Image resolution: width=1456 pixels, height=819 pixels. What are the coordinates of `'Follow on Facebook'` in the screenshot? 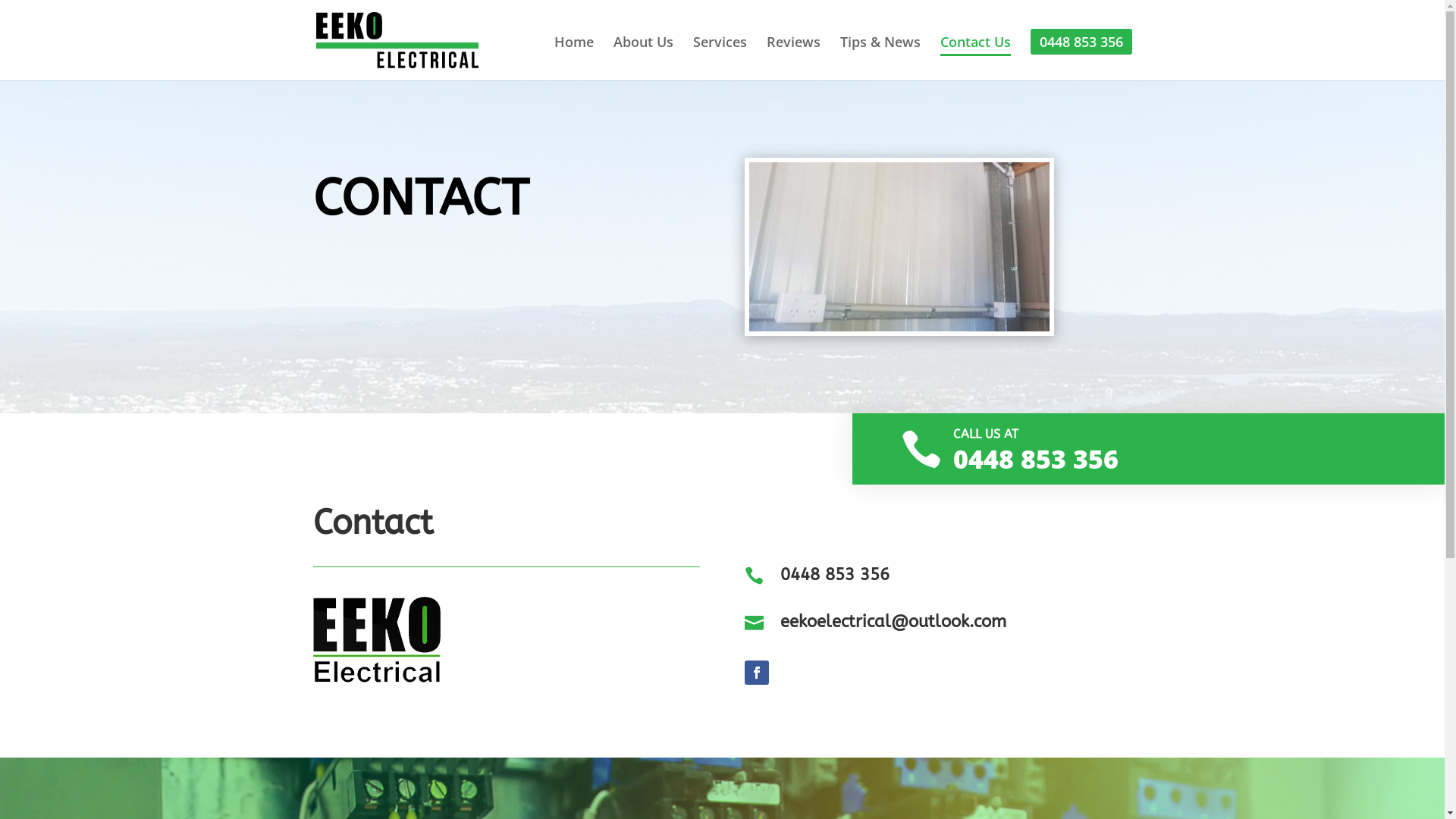 It's located at (757, 672).